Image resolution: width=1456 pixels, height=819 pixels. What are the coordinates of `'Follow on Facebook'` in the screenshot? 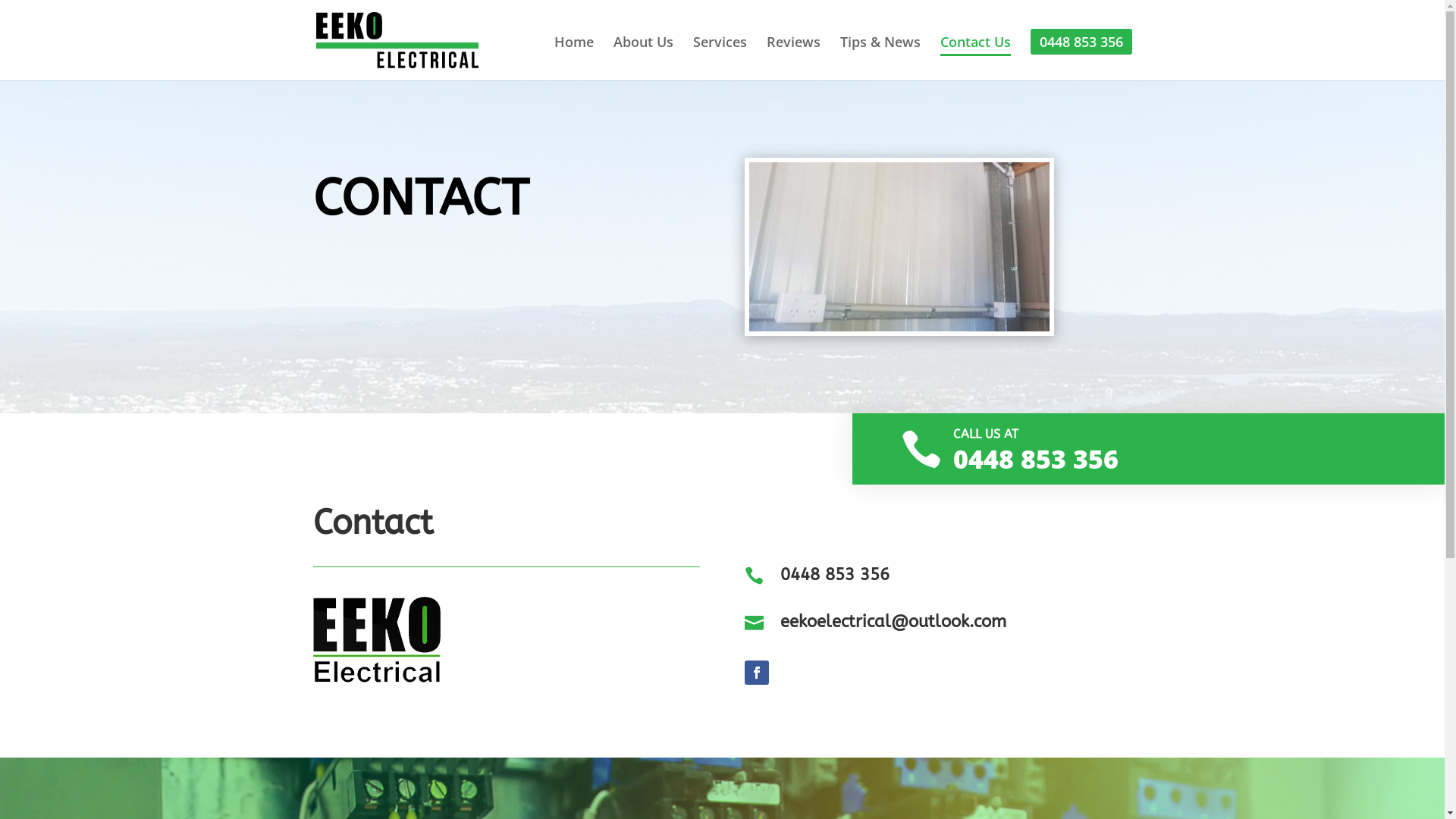 It's located at (757, 672).